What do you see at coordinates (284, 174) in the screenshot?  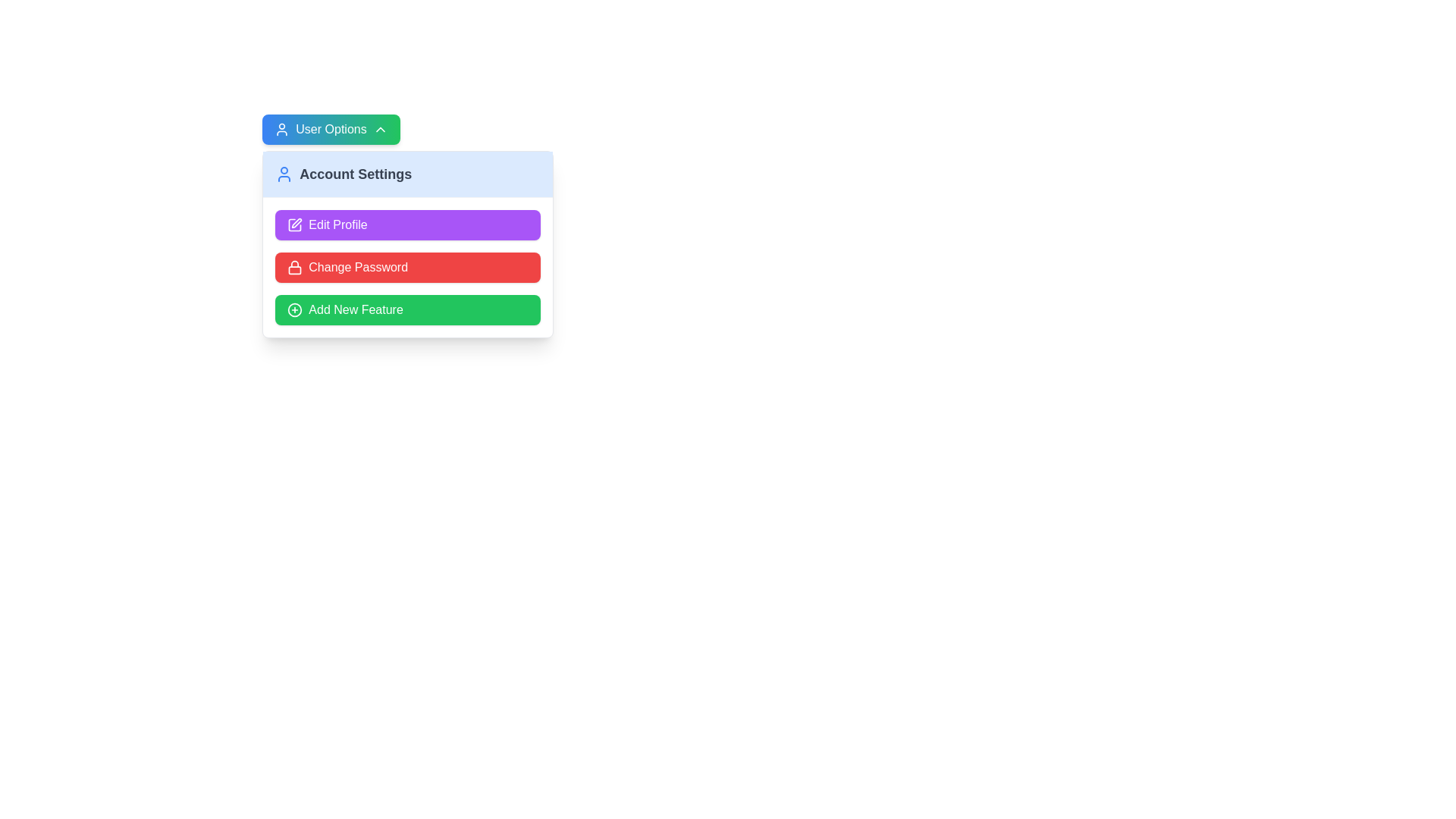 I see `the user-related settings icon located at the left side of the 'Account Settings' section header, preceding the text 'Account Settings.'` at bounding box center [284, 174].